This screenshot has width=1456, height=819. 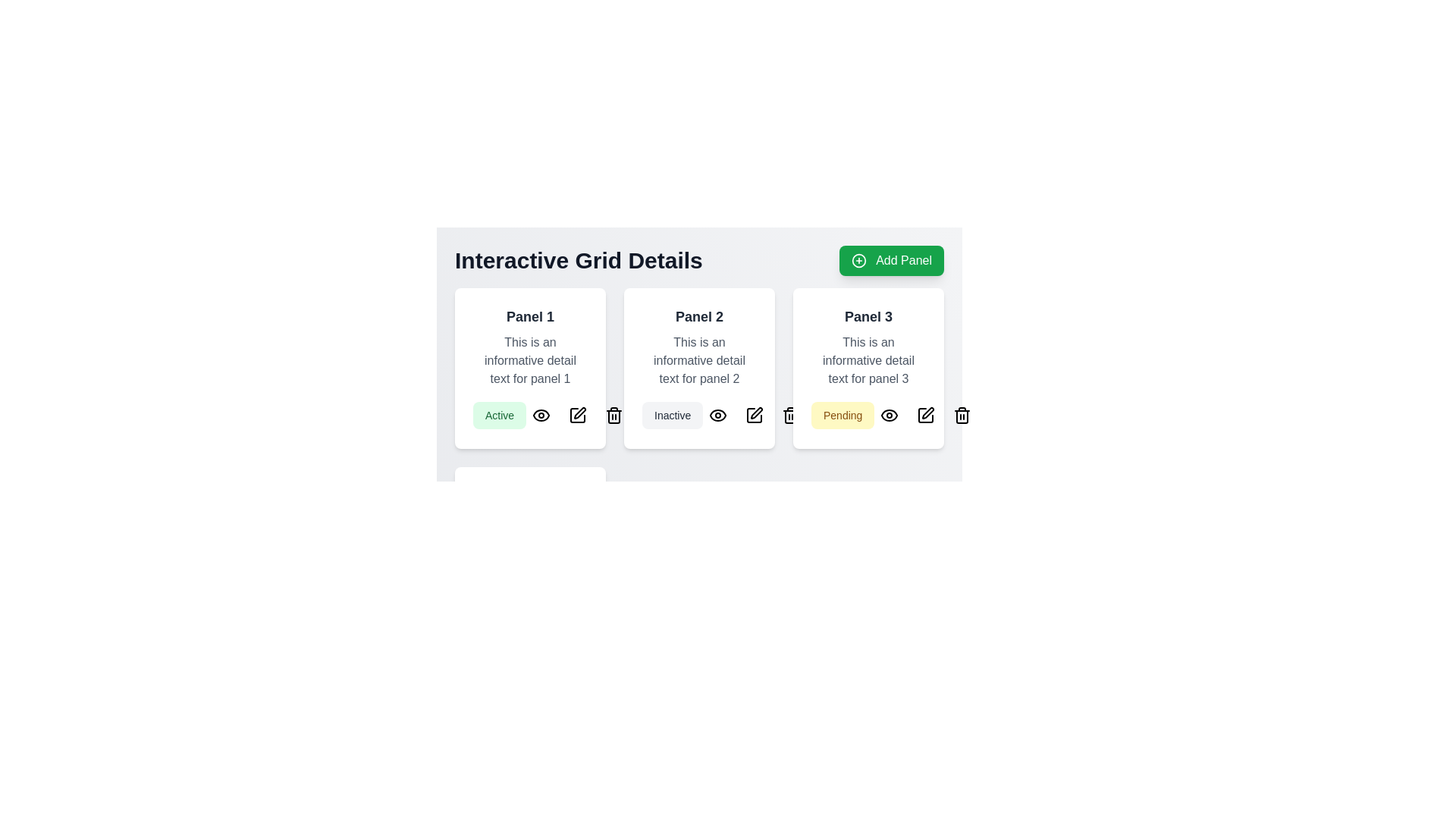 What do you see at coordinates (541, 415) in the screenshot?
I see `the eye icon located under the 'Active' status indicator in the 'Panel 1' card` at bounding box center [541, 415].